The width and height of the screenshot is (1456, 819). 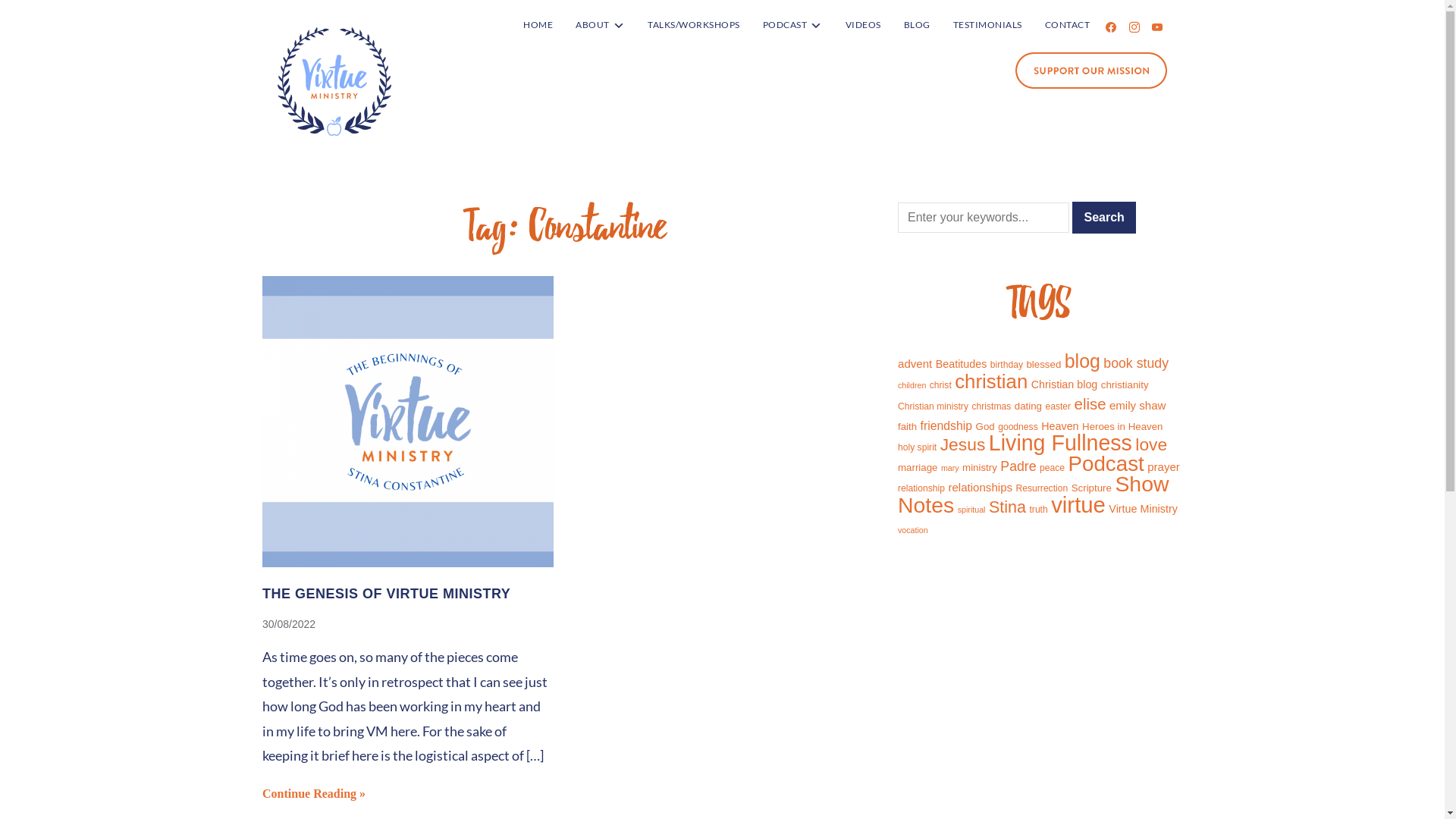 I want to click on 'PODCAST', so click(x=792, y=25).